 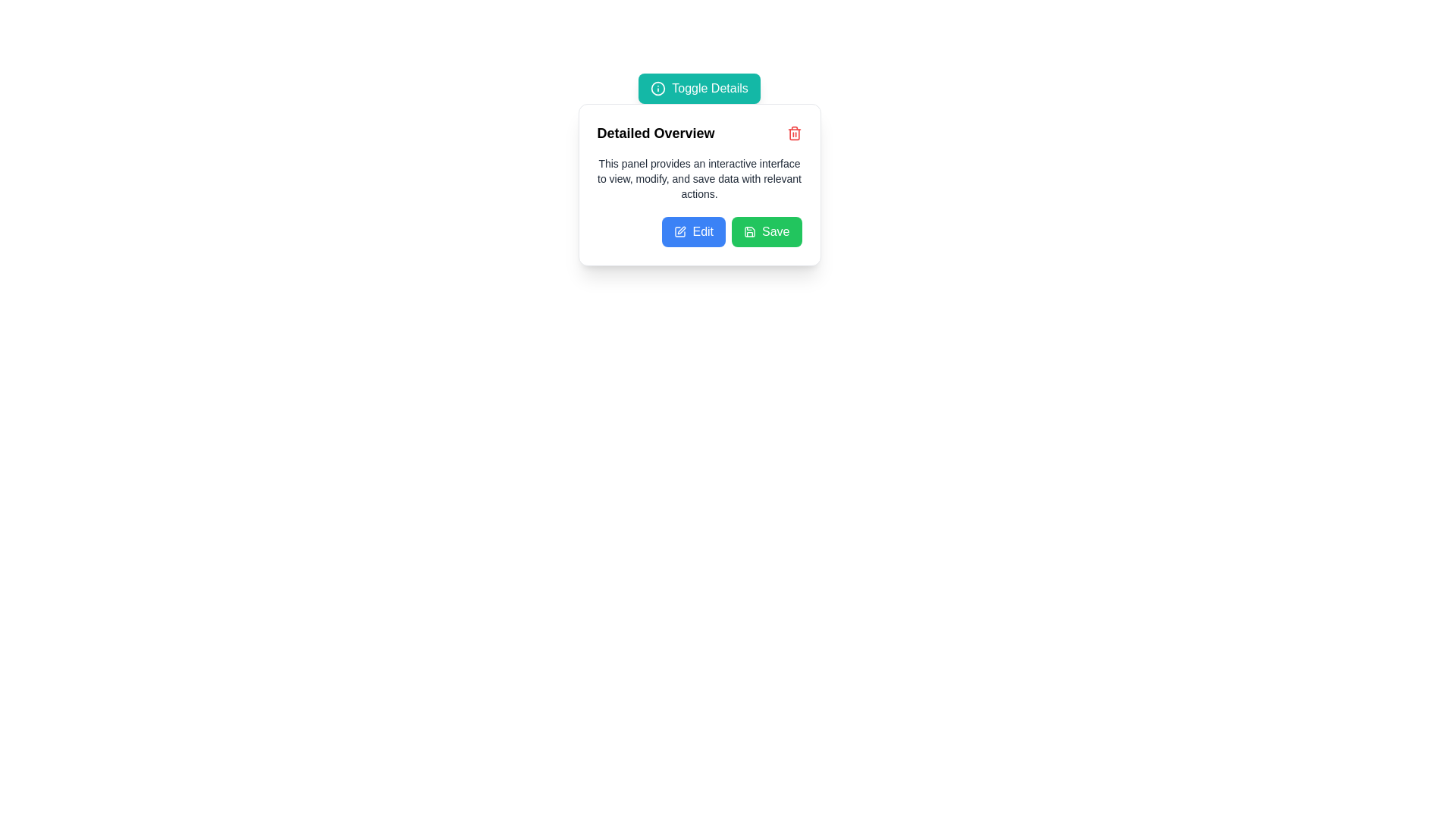 What do you see at coordinates (749, 231) in the screenshot?
I see `the save icon located within the green button labeled 'Save'` at bounding box center [749, 231].